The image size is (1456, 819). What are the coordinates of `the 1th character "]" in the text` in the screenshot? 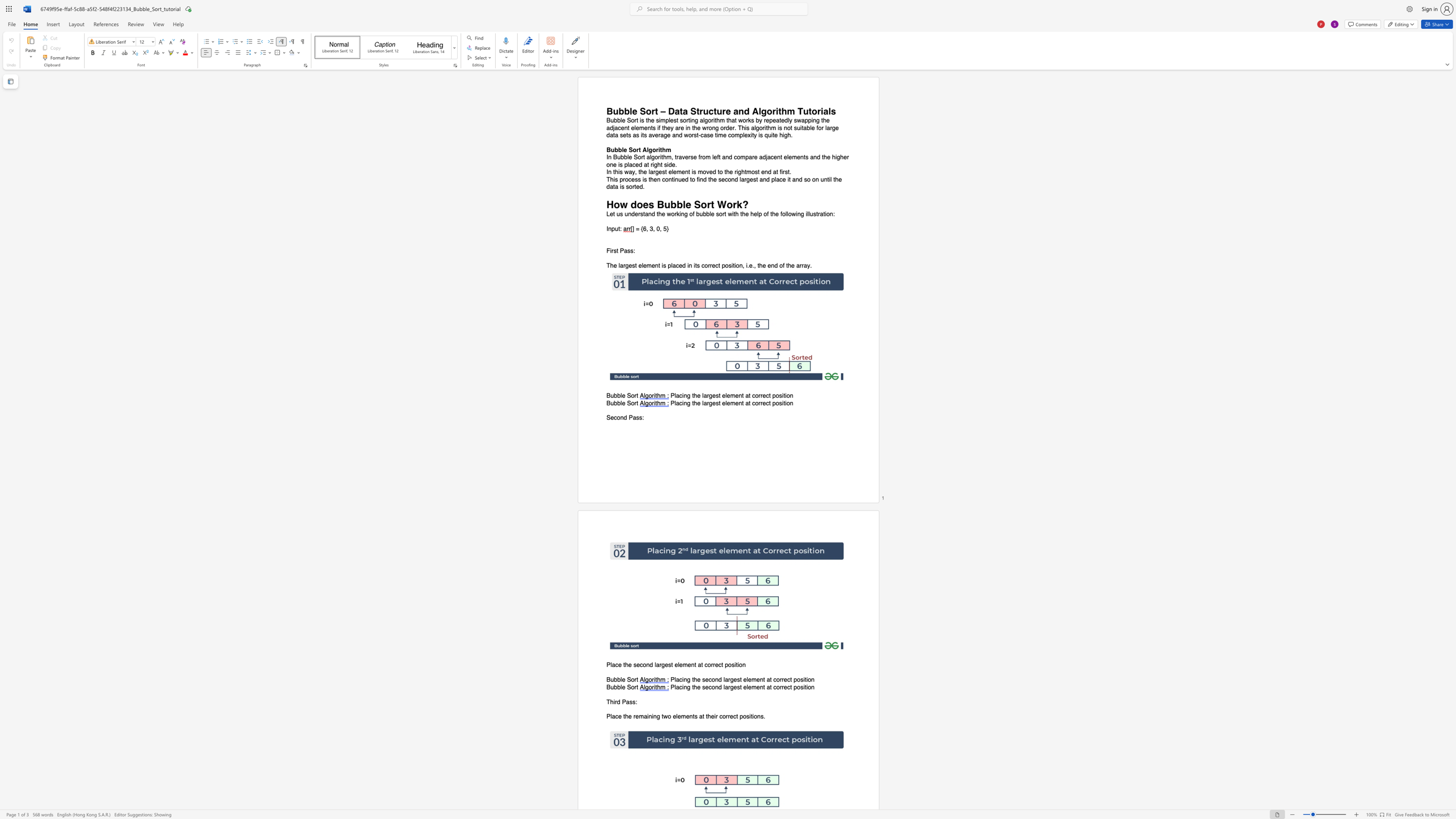 It's located at (633, 229).